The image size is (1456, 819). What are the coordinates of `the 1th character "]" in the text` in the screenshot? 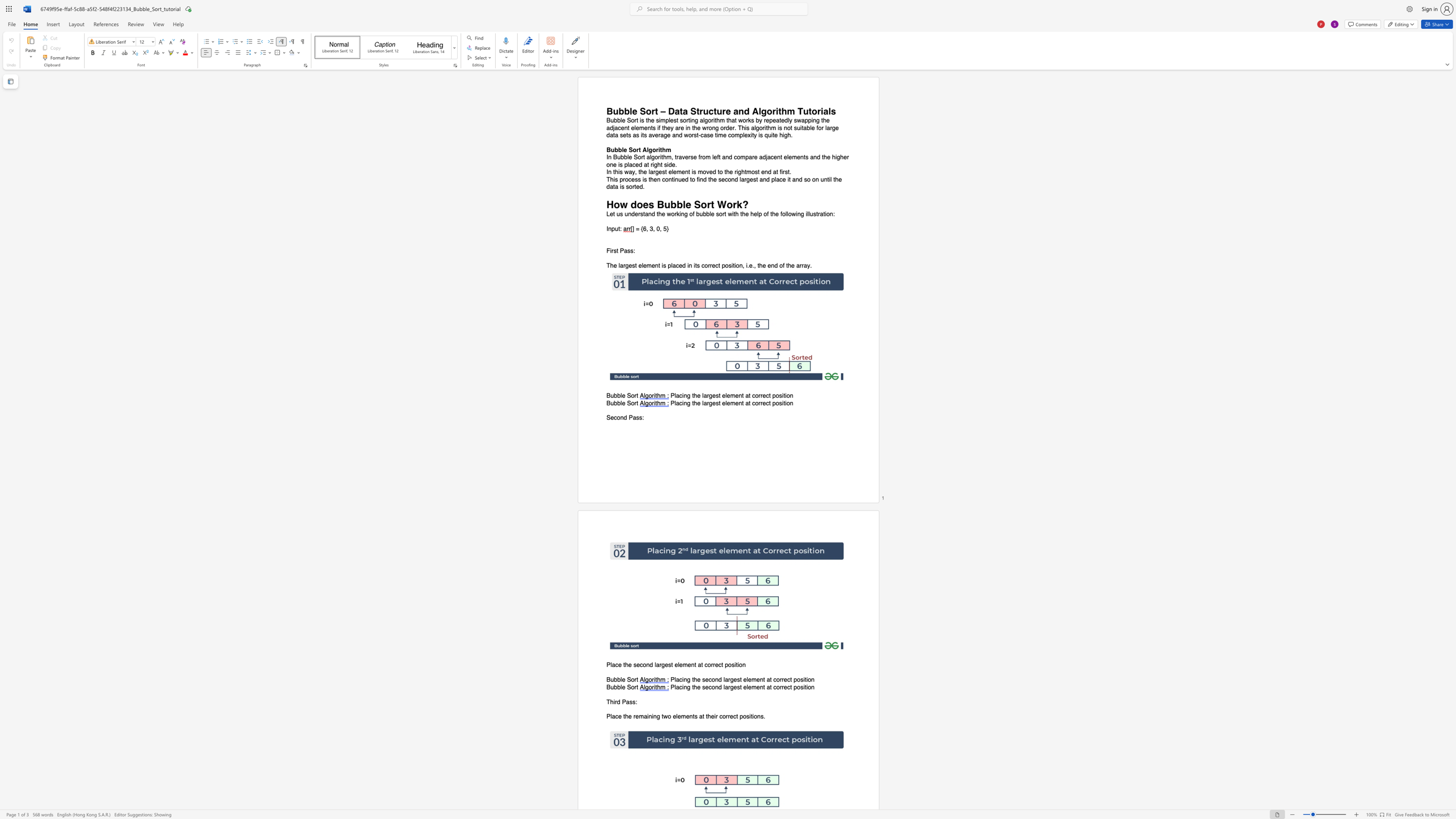 It's located at (633, 229).